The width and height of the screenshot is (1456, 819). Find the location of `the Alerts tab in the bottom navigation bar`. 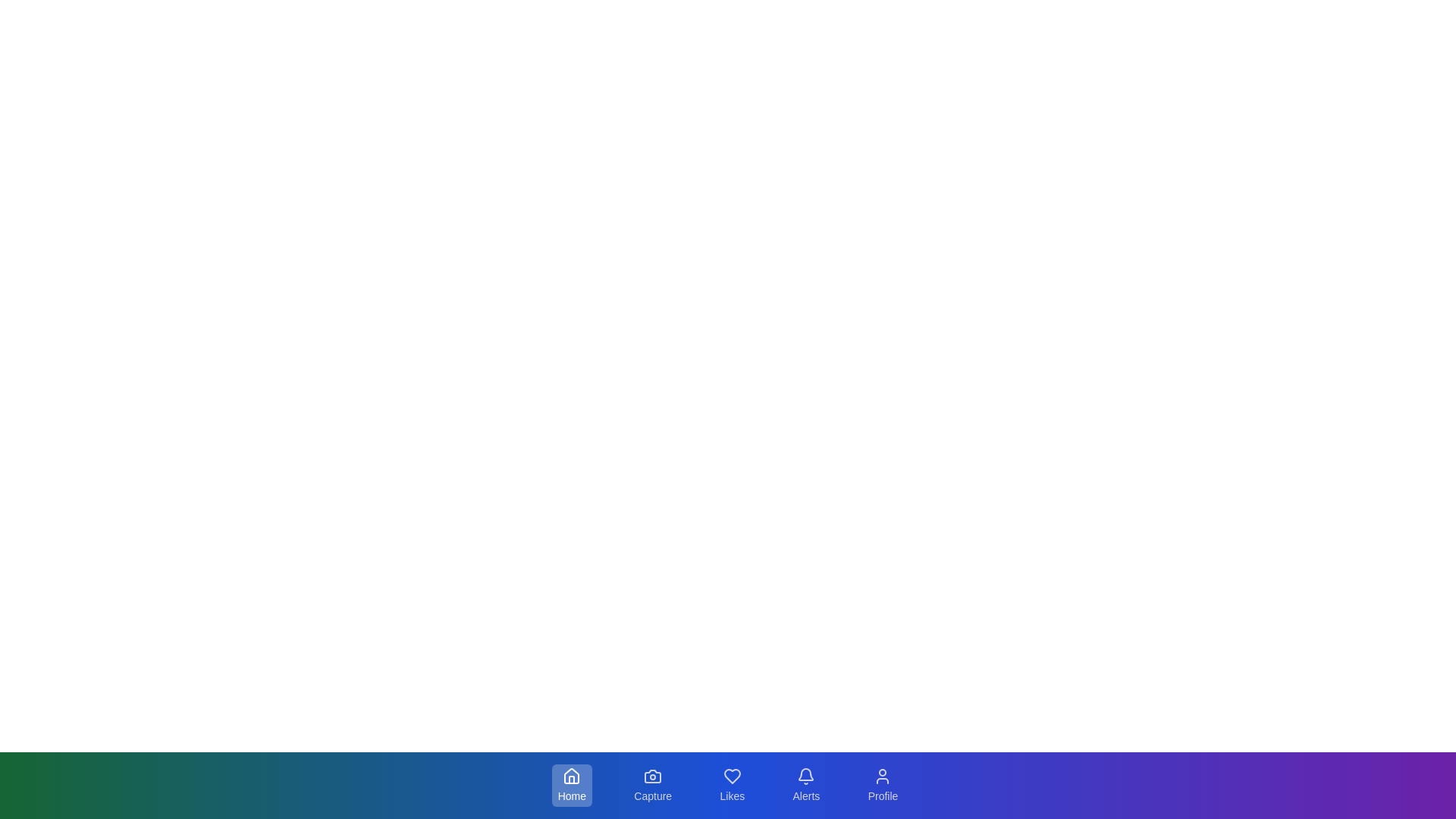

the Alerts tab in the bottom navigation bar is located at coordinates (805, 785).